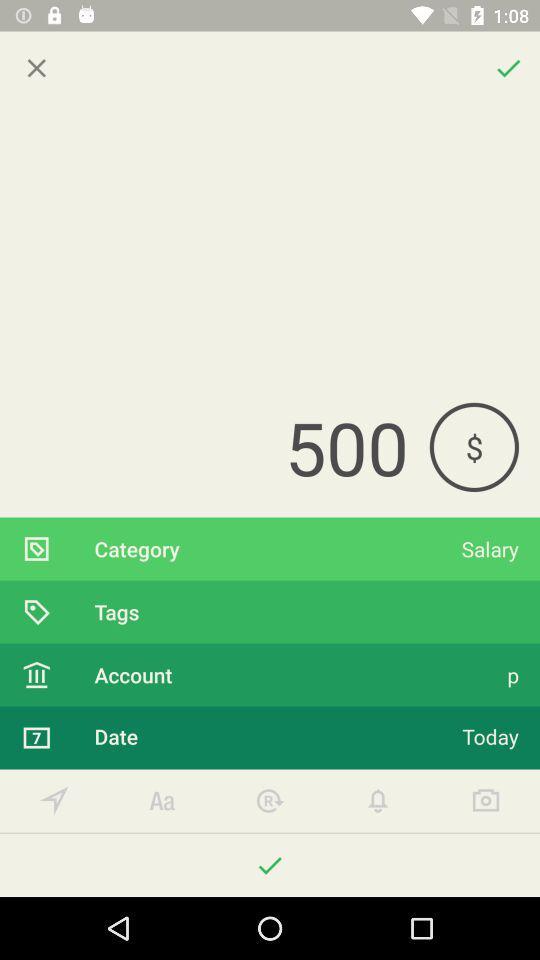 This screenshot has width=540, height=960. Describe the element at coordinates (54, 801) in the screenshot. I see `show location on map` at that location.